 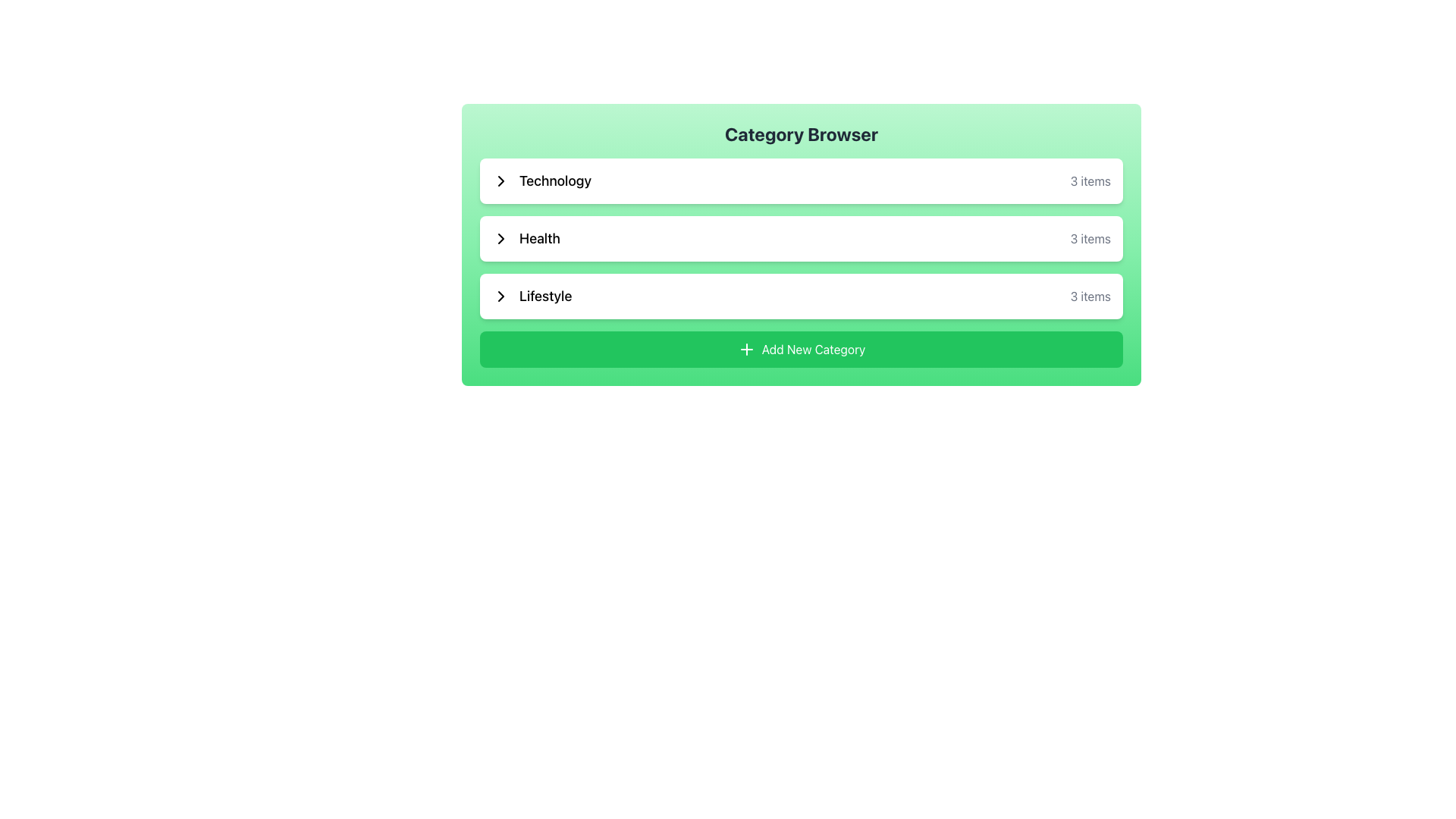 What do you see at coordinates (526, 239) in the screenshot?
I see `the 'Health' category label, which is a bold medium-sized text` at bounding box center [526, 239].